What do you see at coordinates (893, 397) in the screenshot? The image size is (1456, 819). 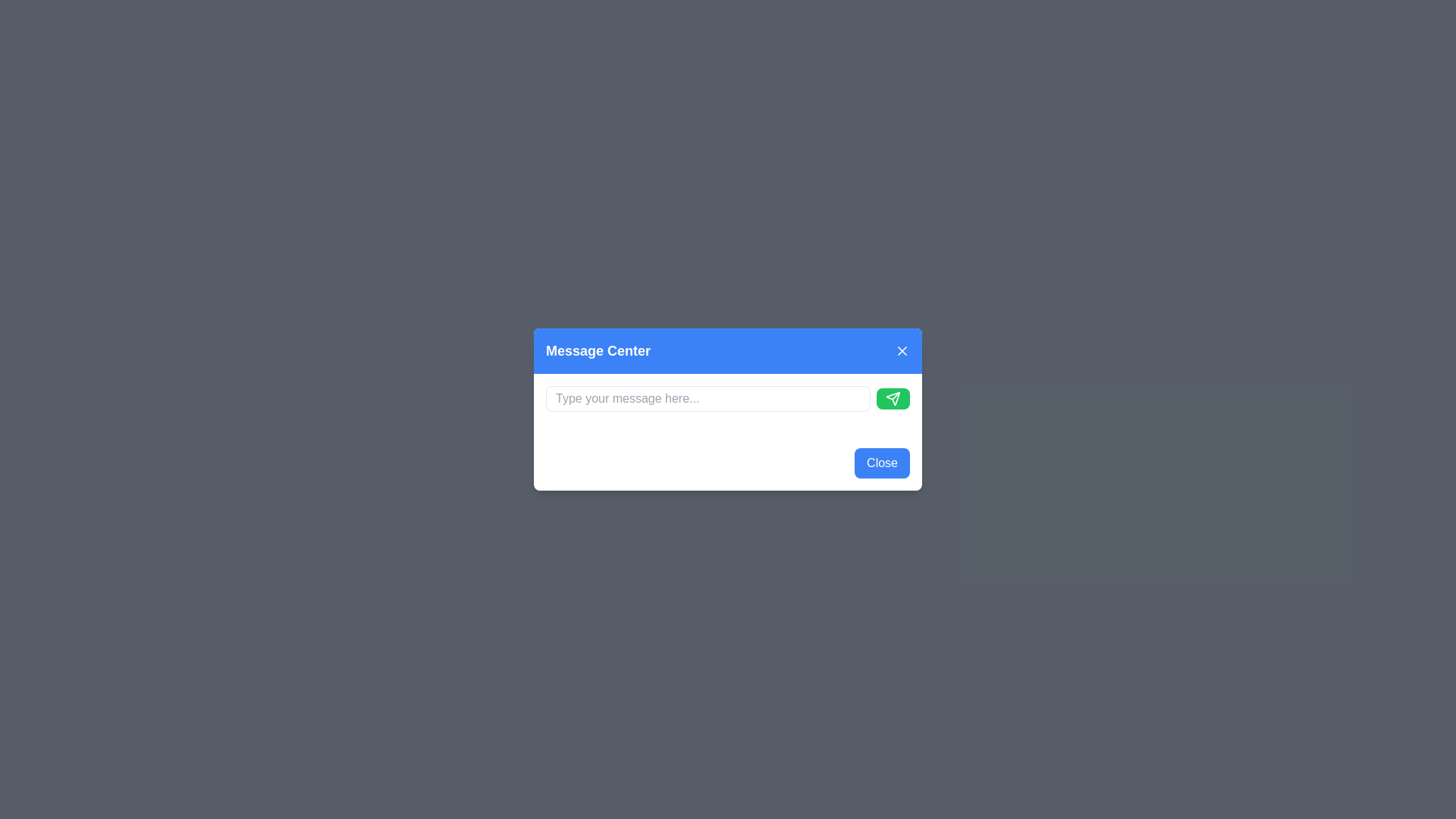 I see `the green icon button with a paper plane icon located on the right side of the input field in the 'Message Center' dialog box` at bounding box center [893, 397].